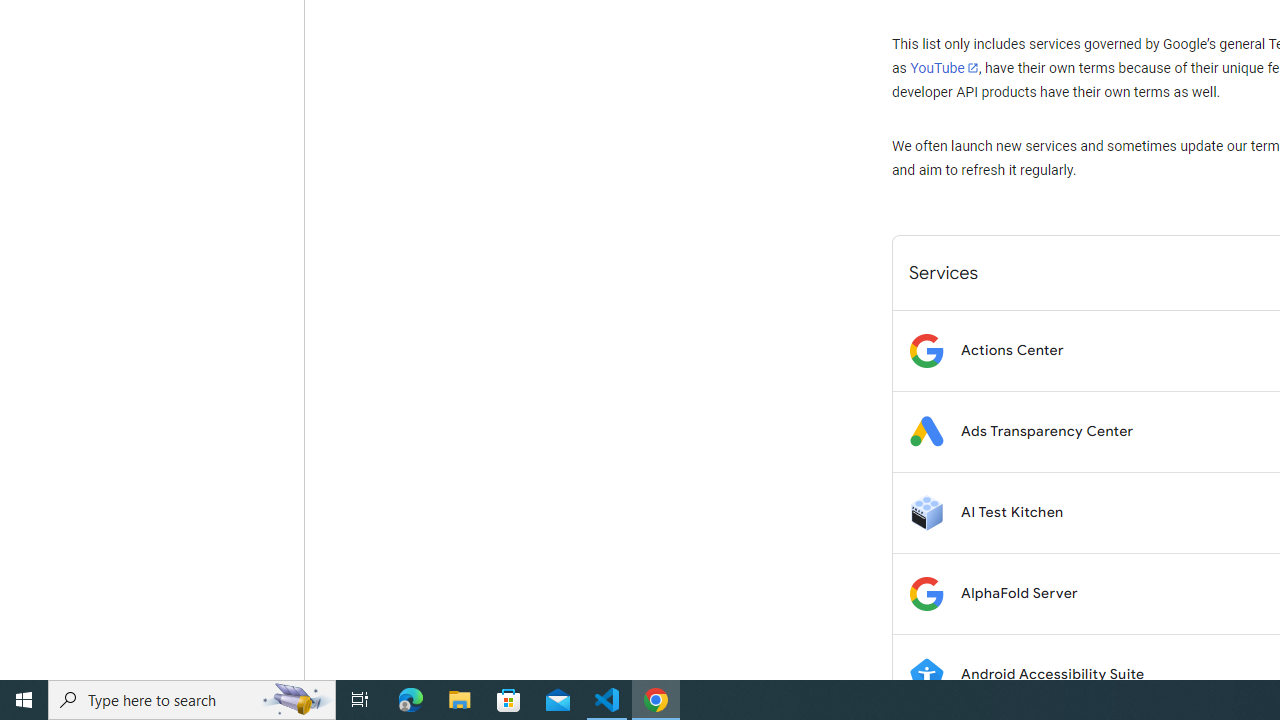  Describe the element at coordinates (925, 674) in the screenshot. I see `'Logo for Android Accessibility Suite'` at that location.